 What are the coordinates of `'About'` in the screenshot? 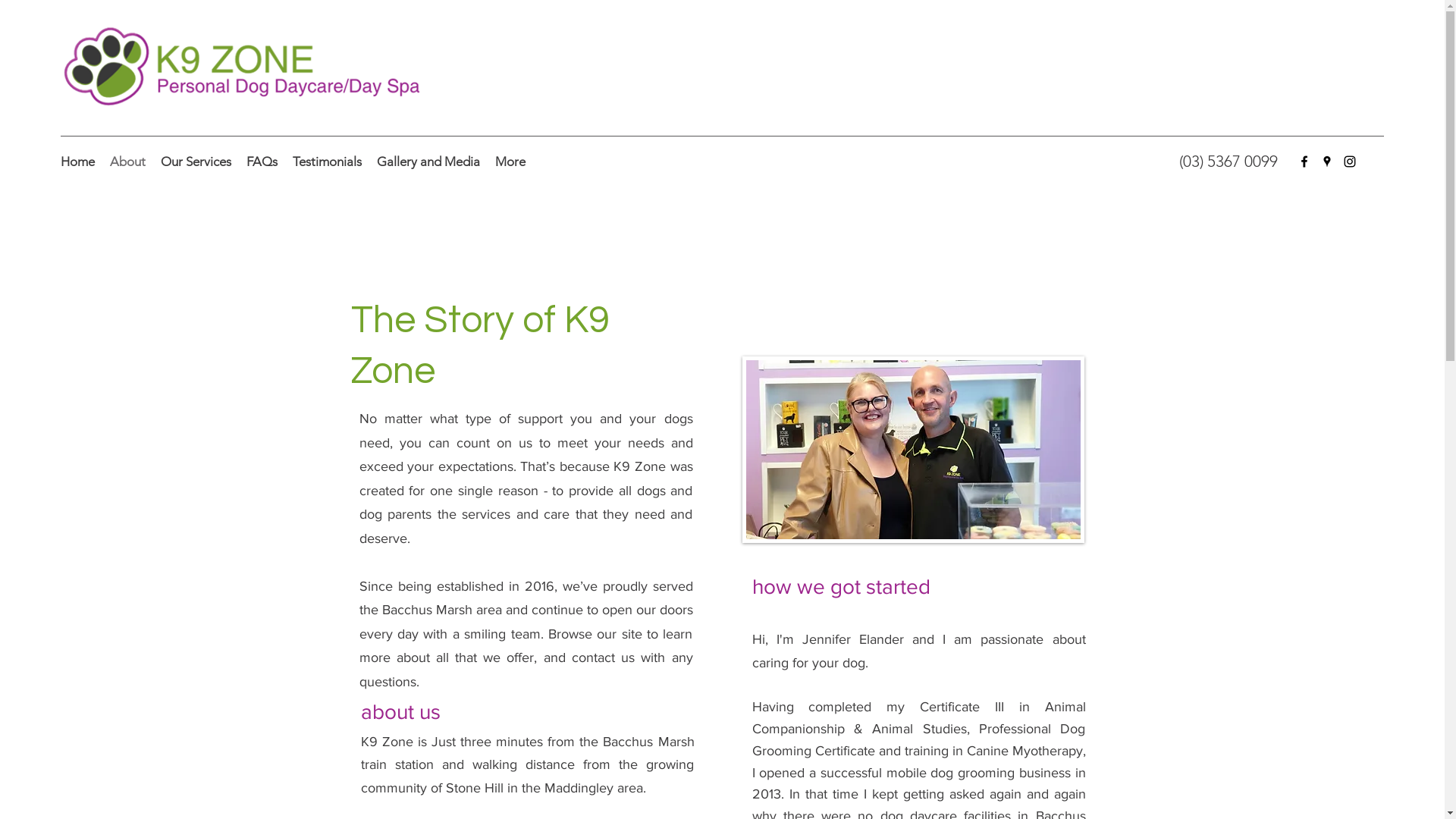 It's located at (101, 161).